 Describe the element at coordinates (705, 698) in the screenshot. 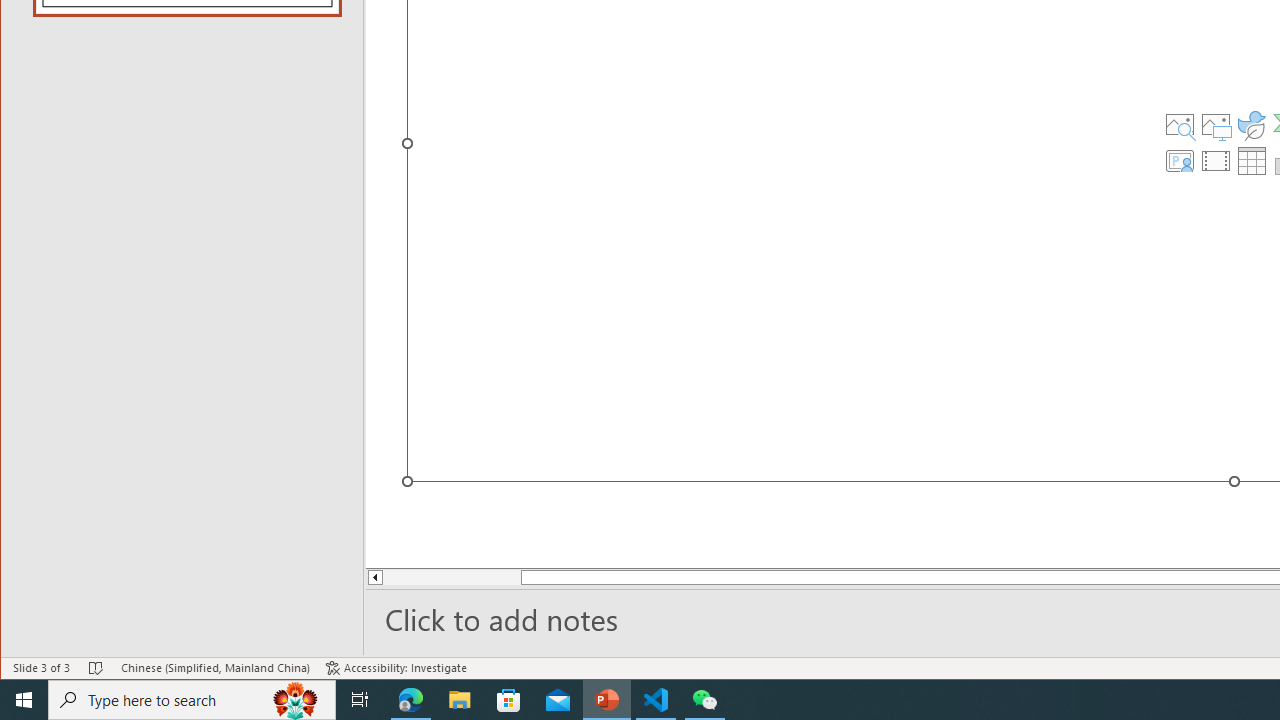

I see `'WeChat - 1 running window'` at that location.